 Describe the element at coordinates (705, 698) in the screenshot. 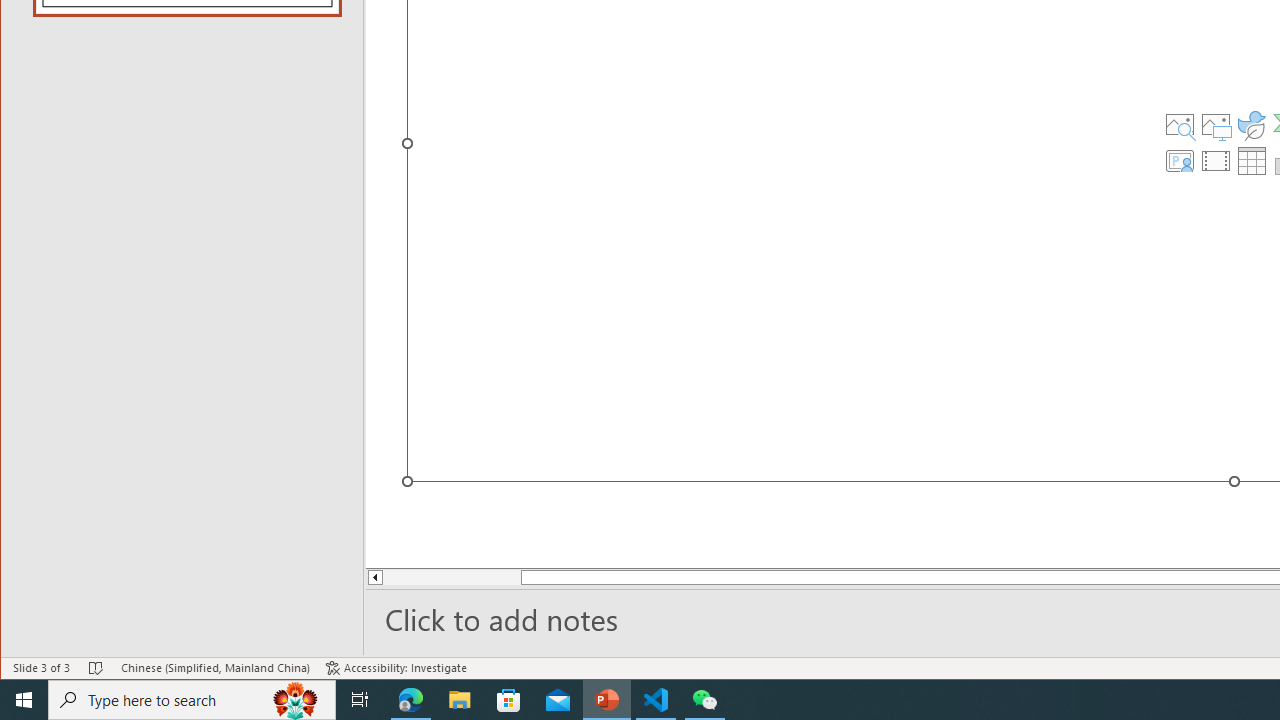

I see `'WeChat - 1 running window'` at that location.